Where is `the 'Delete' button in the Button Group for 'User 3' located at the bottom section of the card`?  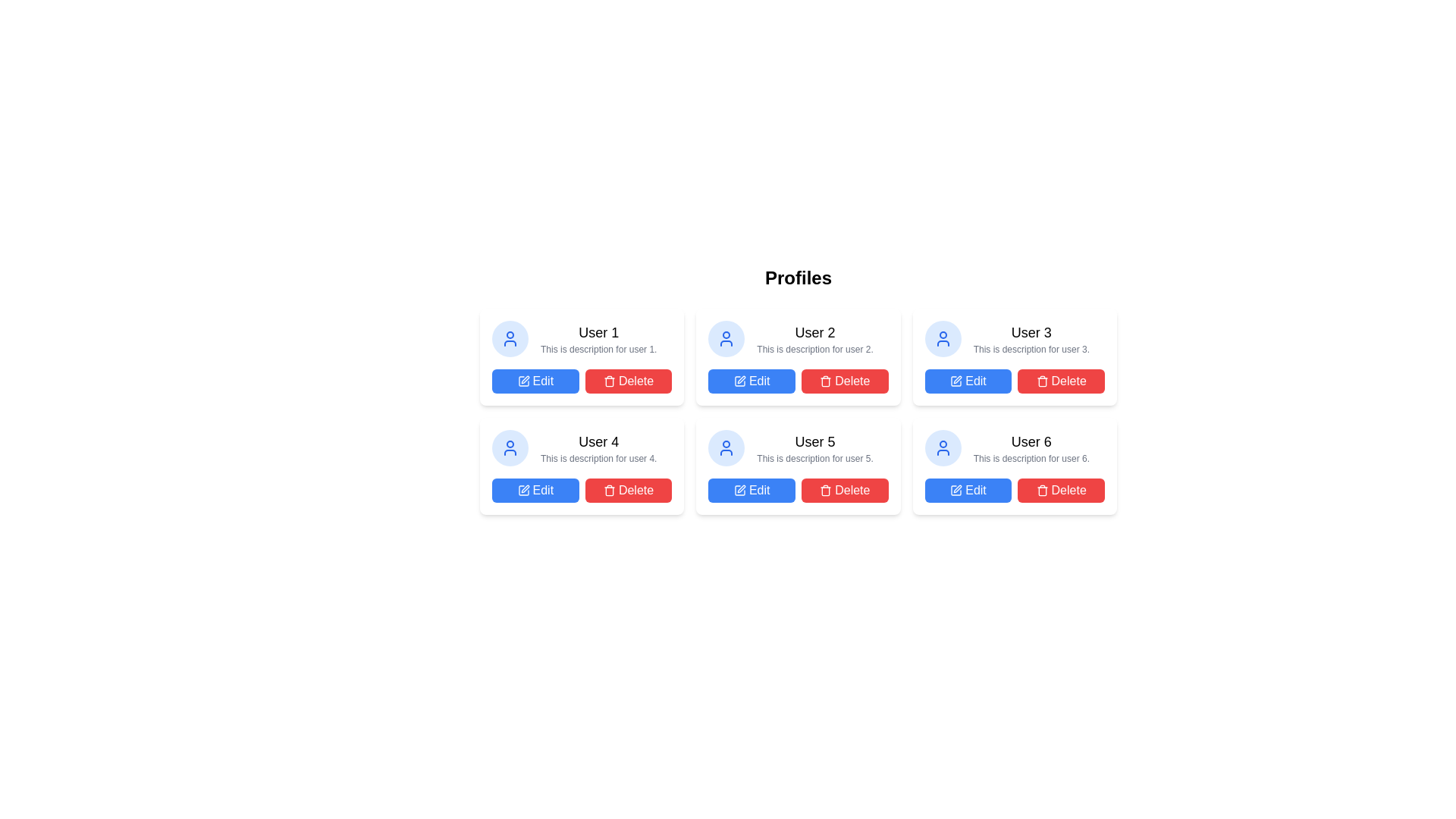
the 'Delete' button in the Button Group for 'User 3' located at the bottom section of the card is located at coordinates (1015, 380).